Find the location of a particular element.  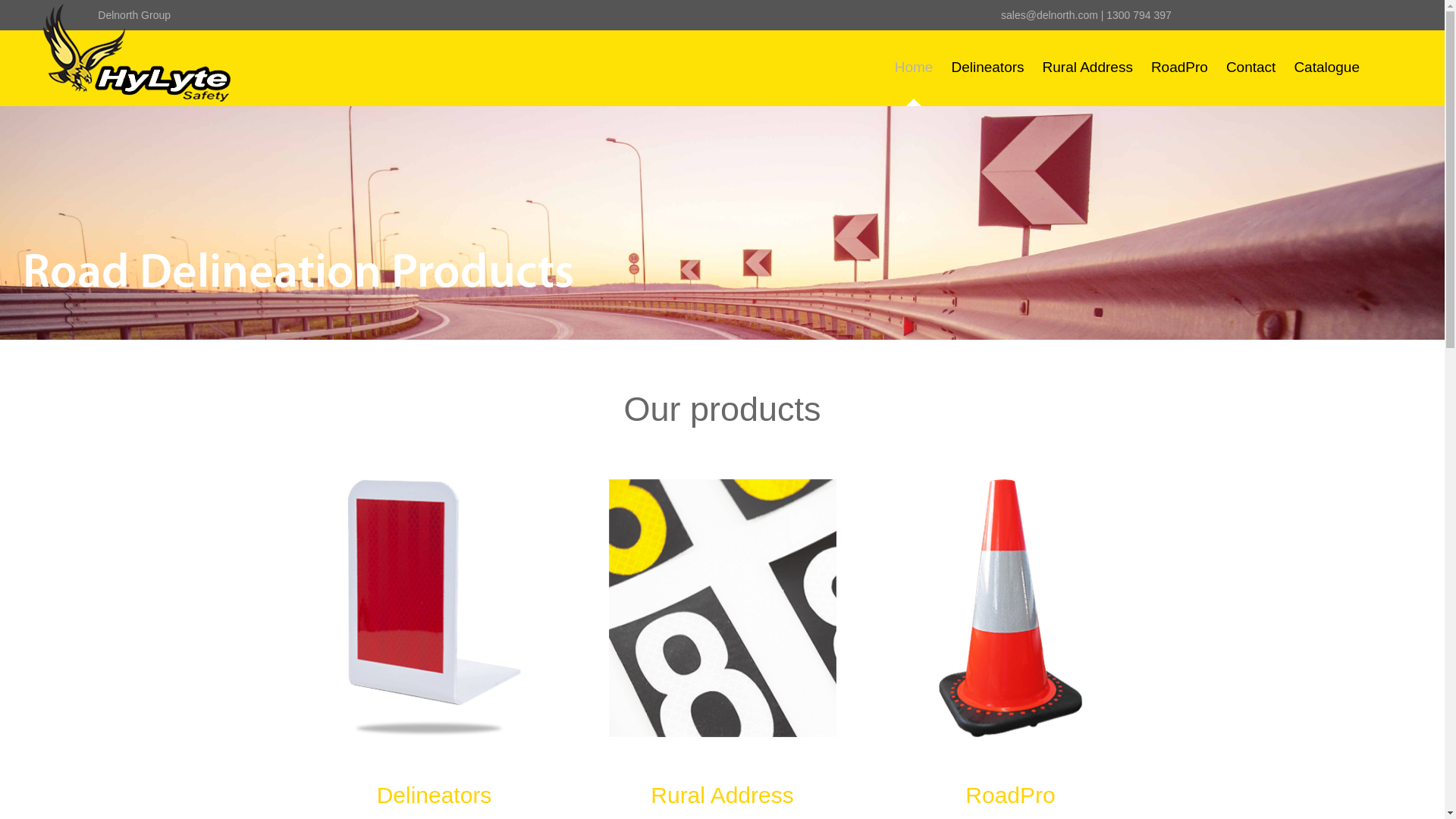

'Home' is located at coordinates (913, 66).